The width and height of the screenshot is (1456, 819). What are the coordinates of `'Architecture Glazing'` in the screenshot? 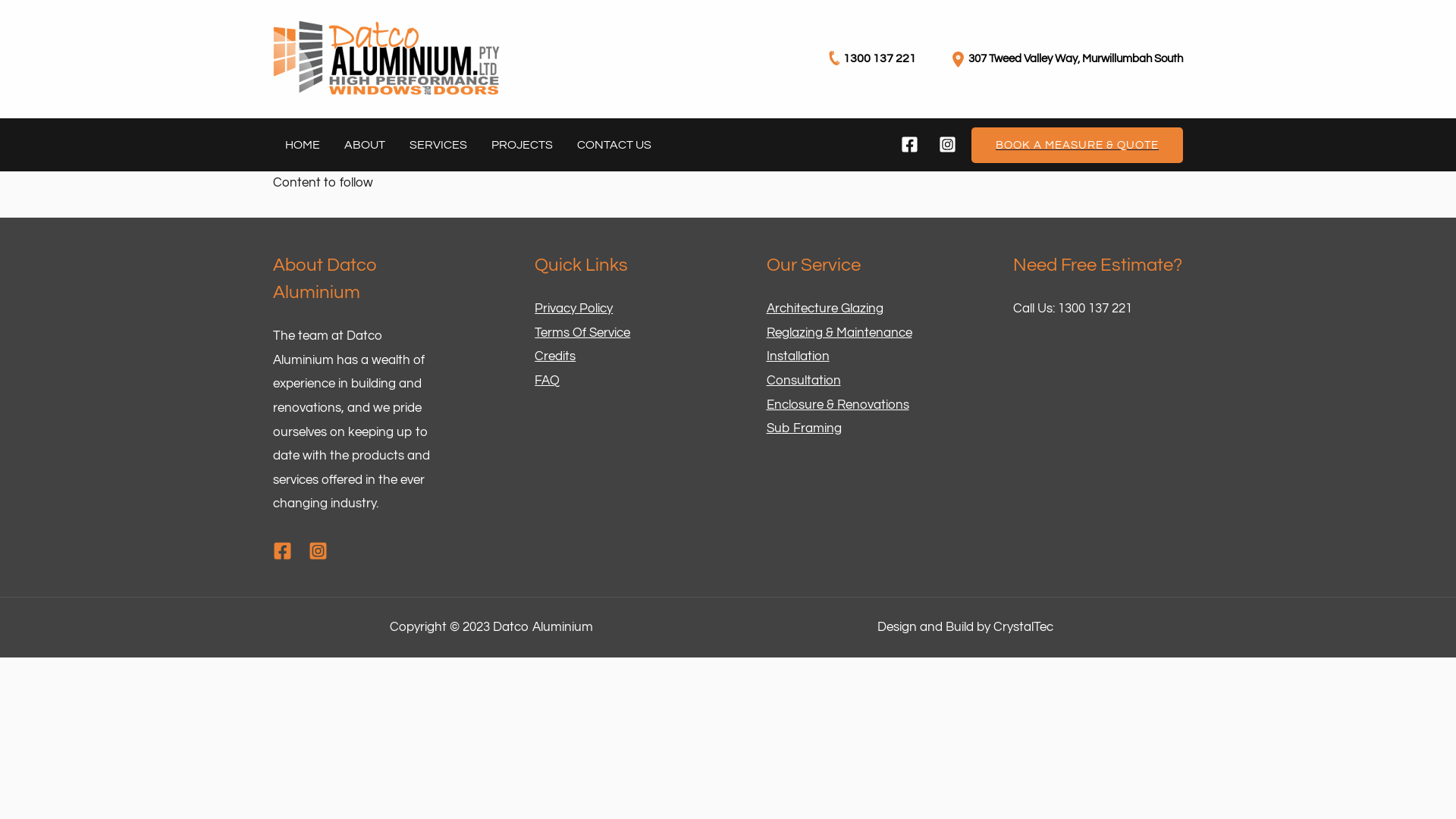 It's located at (823, 308).